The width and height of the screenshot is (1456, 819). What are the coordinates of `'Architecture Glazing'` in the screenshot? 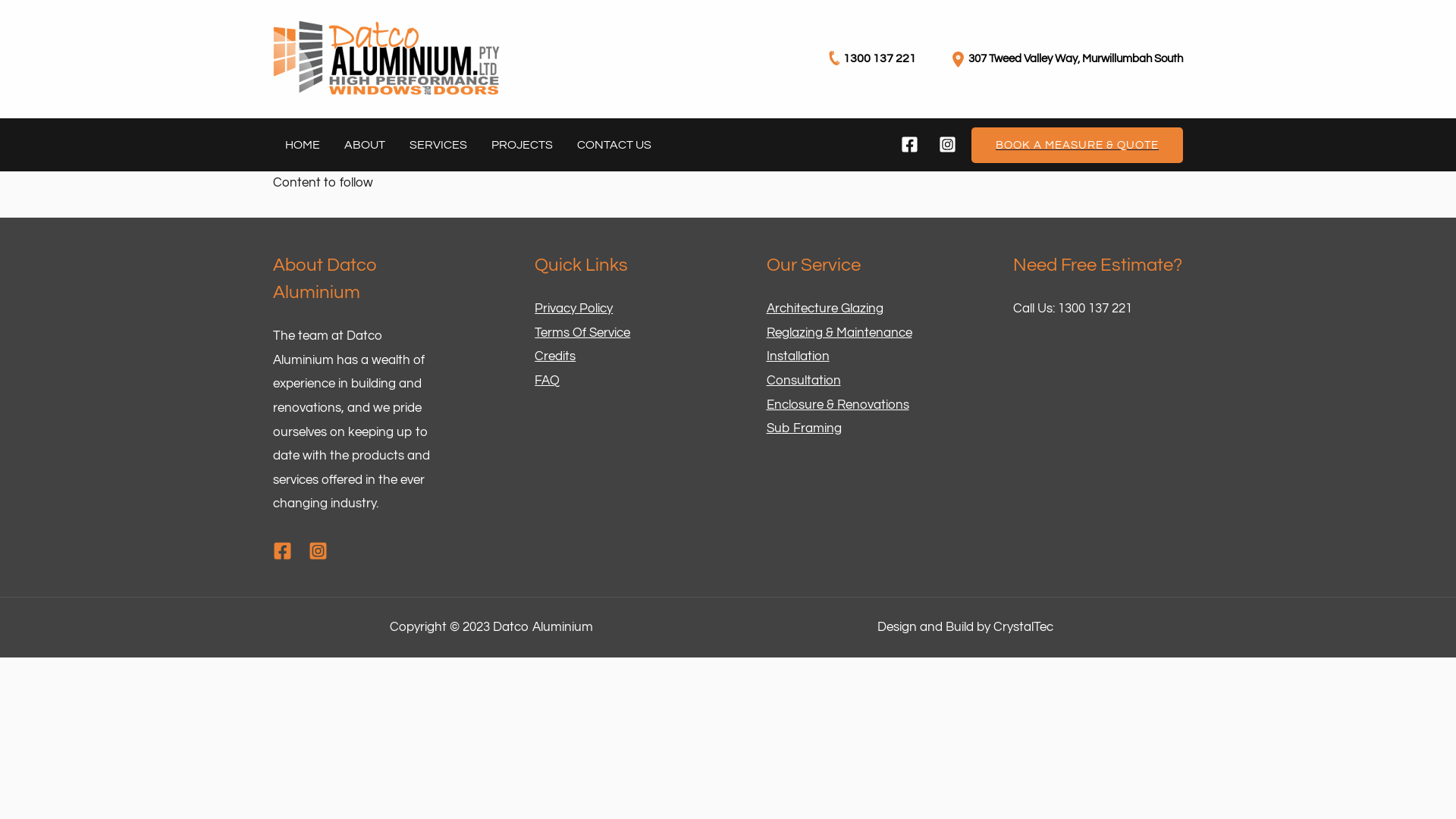 It's located at (823, 308).